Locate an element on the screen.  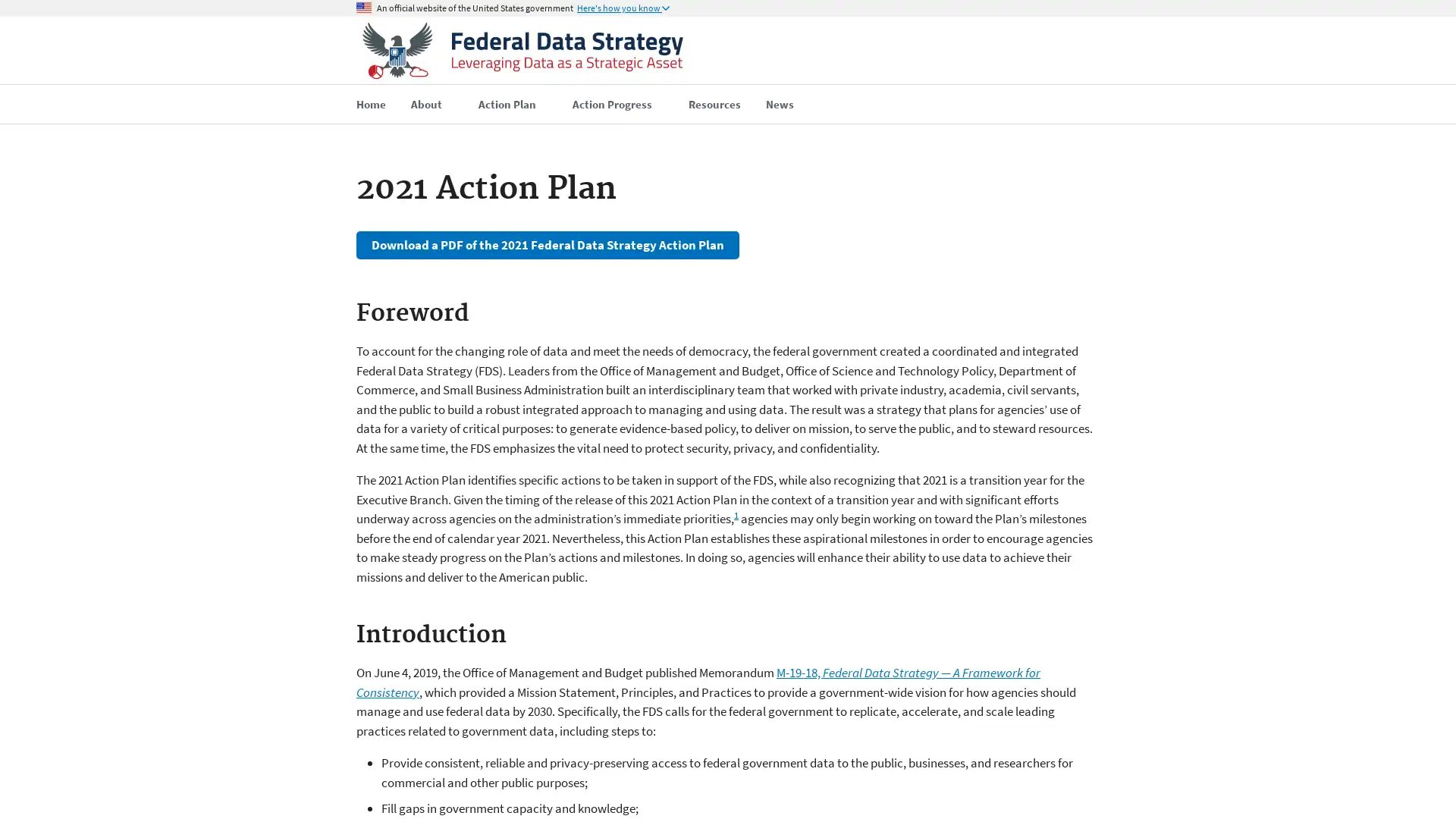
Action Progress is located at coordinates (618, 103).